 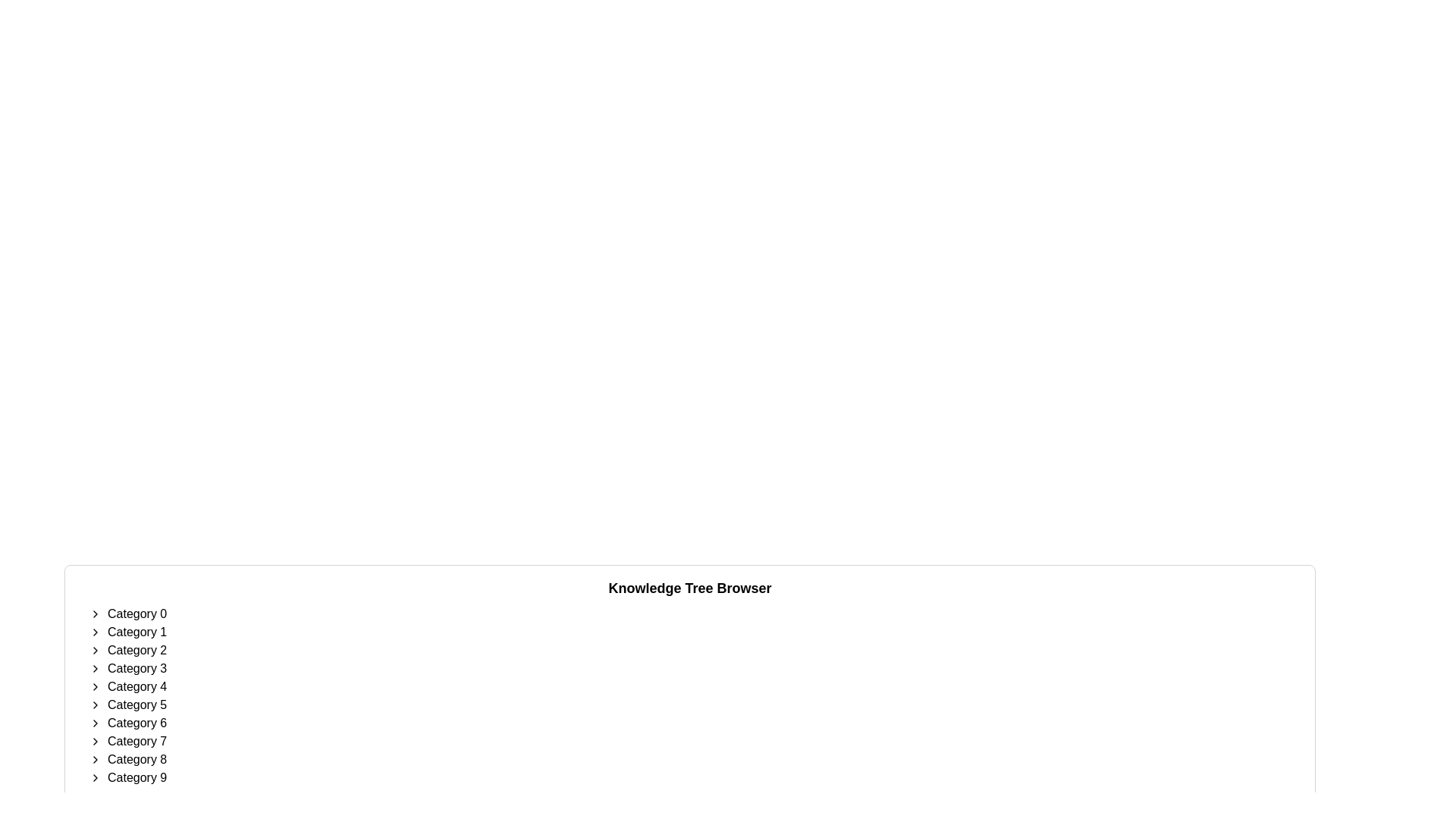 What do you see at coordinates (94, 778) in the screenshot?
I see `the chevron icon located to the left of the 'Category 9' text` at bounding box center [94, 778].